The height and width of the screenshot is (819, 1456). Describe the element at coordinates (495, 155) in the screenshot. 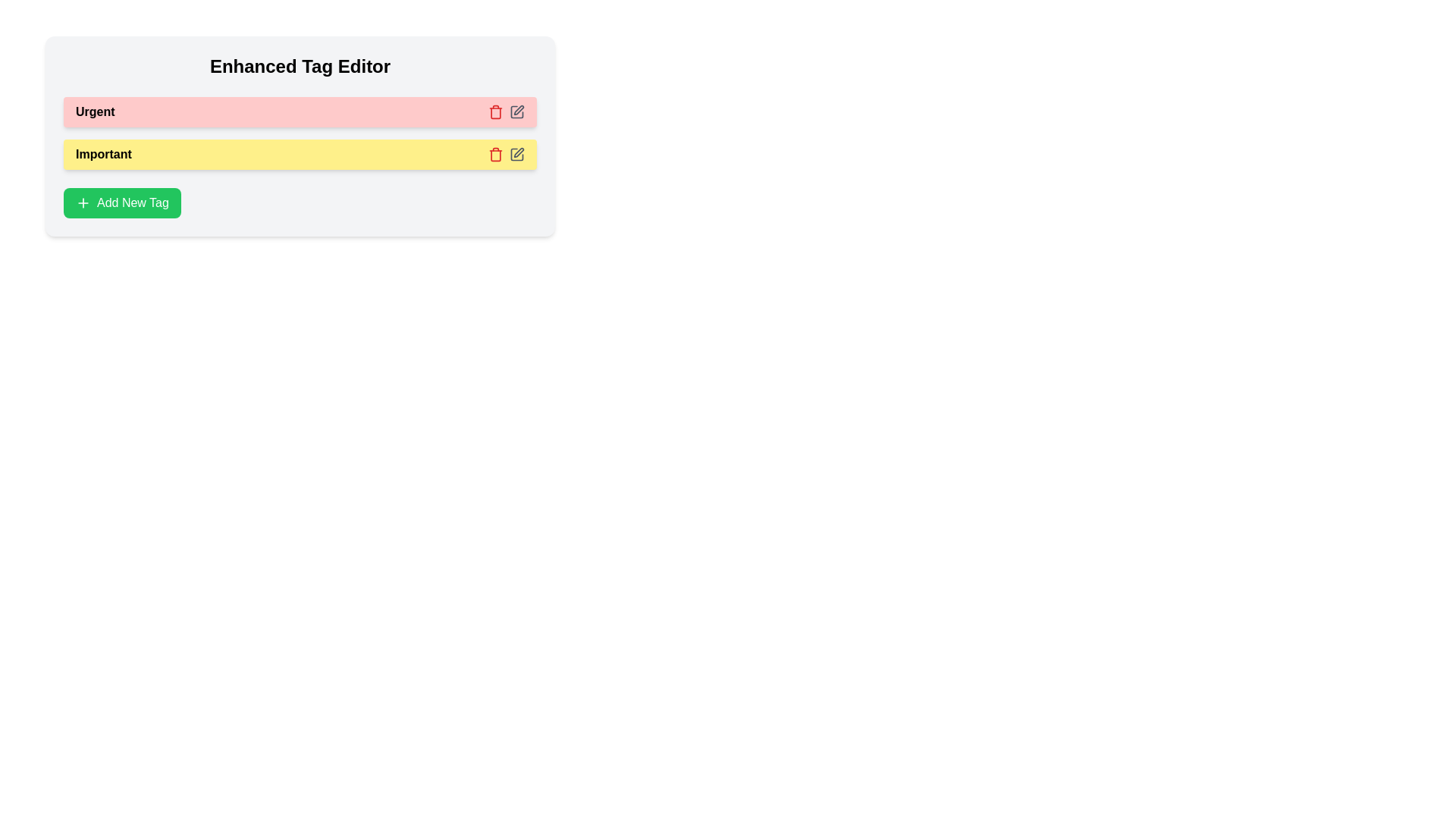

I see `the trash icon located to the right of the yellow-highlighted 'Important' tag` at that location.